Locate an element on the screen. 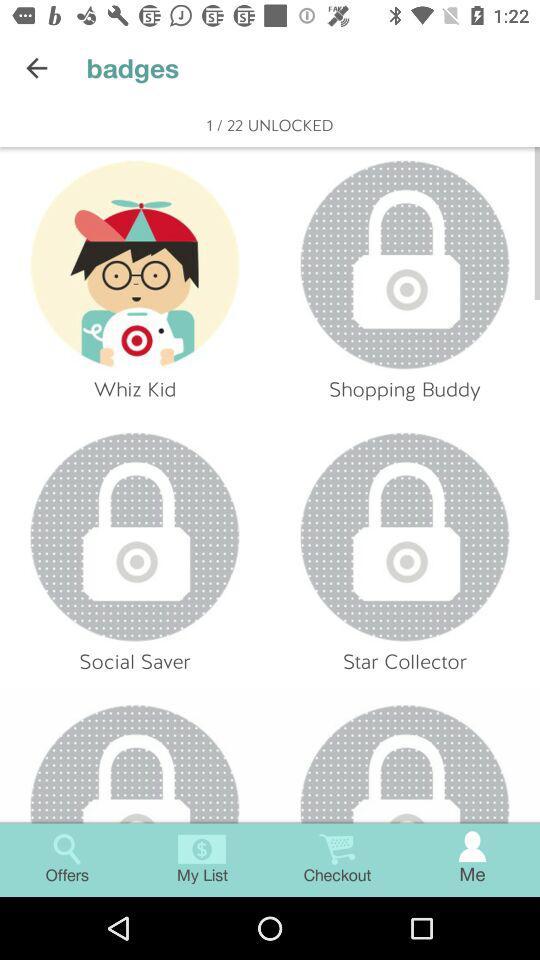 The image size is (540, 960). icon next to badges is located at coordinates (36, 68).